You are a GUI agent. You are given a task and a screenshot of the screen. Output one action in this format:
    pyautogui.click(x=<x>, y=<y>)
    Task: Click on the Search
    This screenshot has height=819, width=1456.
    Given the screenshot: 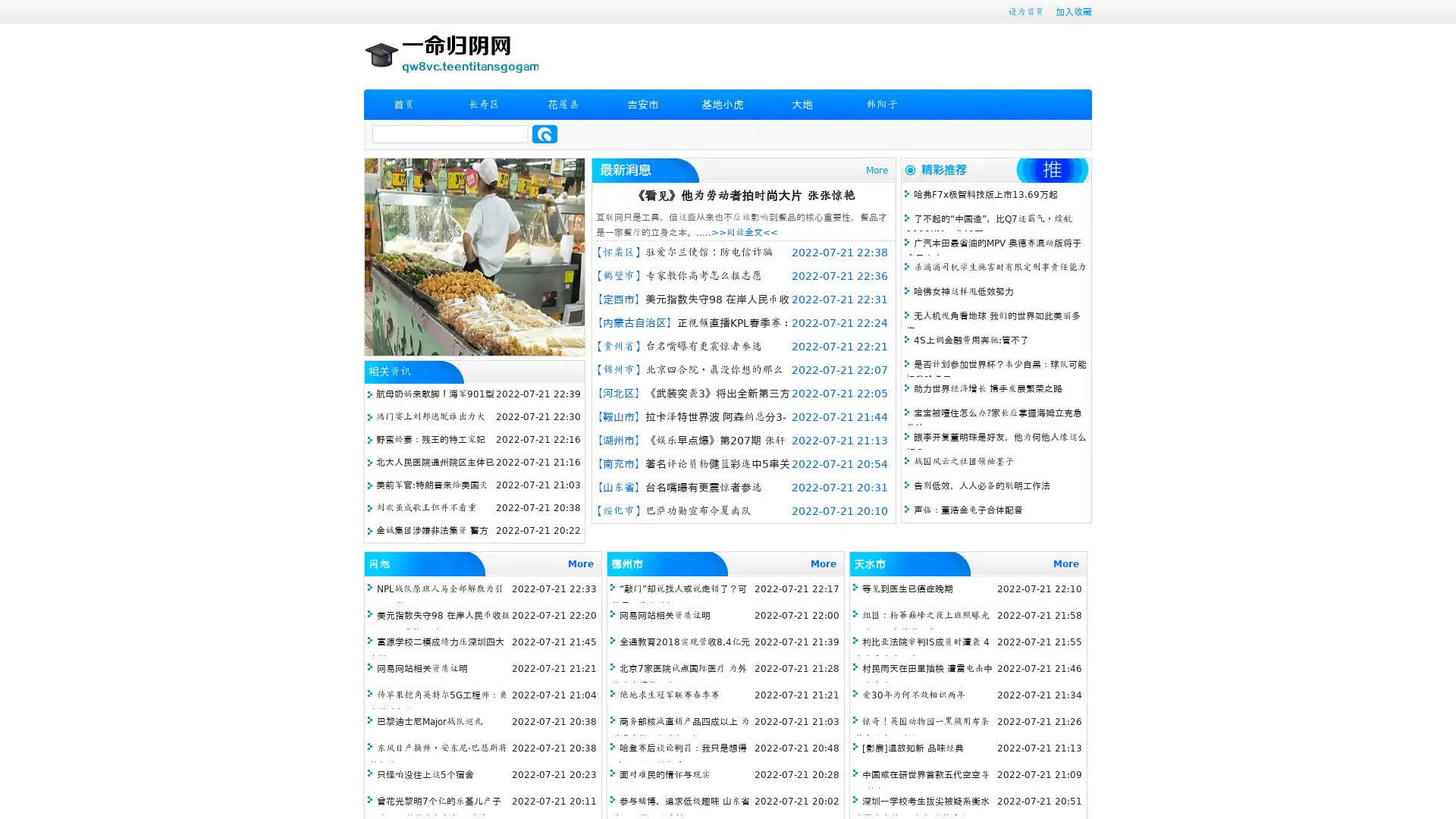 What is the action you would take?
    pyautogui.click(x=544, y=133)
    